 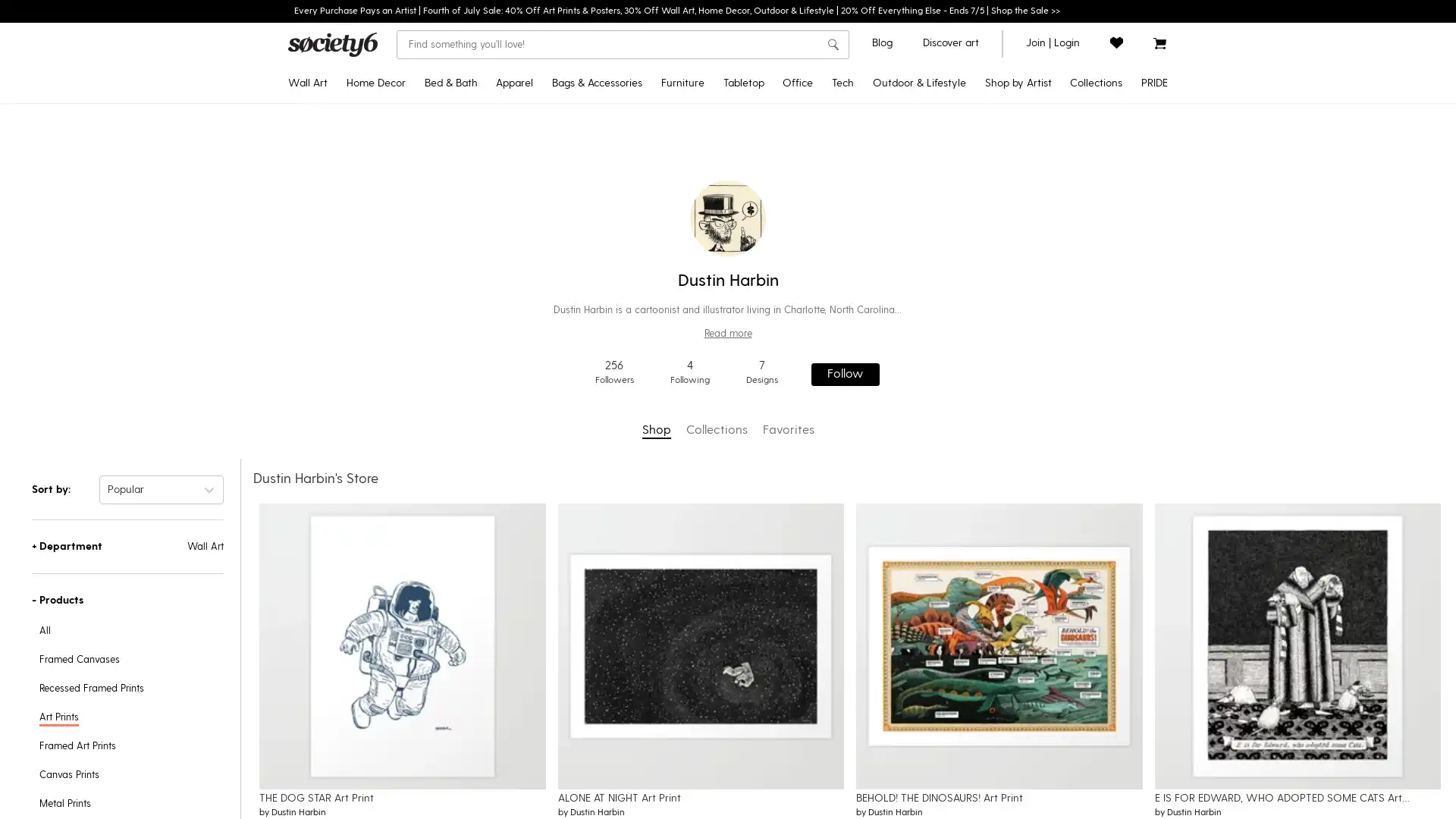 What do you see at coordinates (404, 341) in the screenshot?
I see `Area Rugs` at bounding box center [404, 341].